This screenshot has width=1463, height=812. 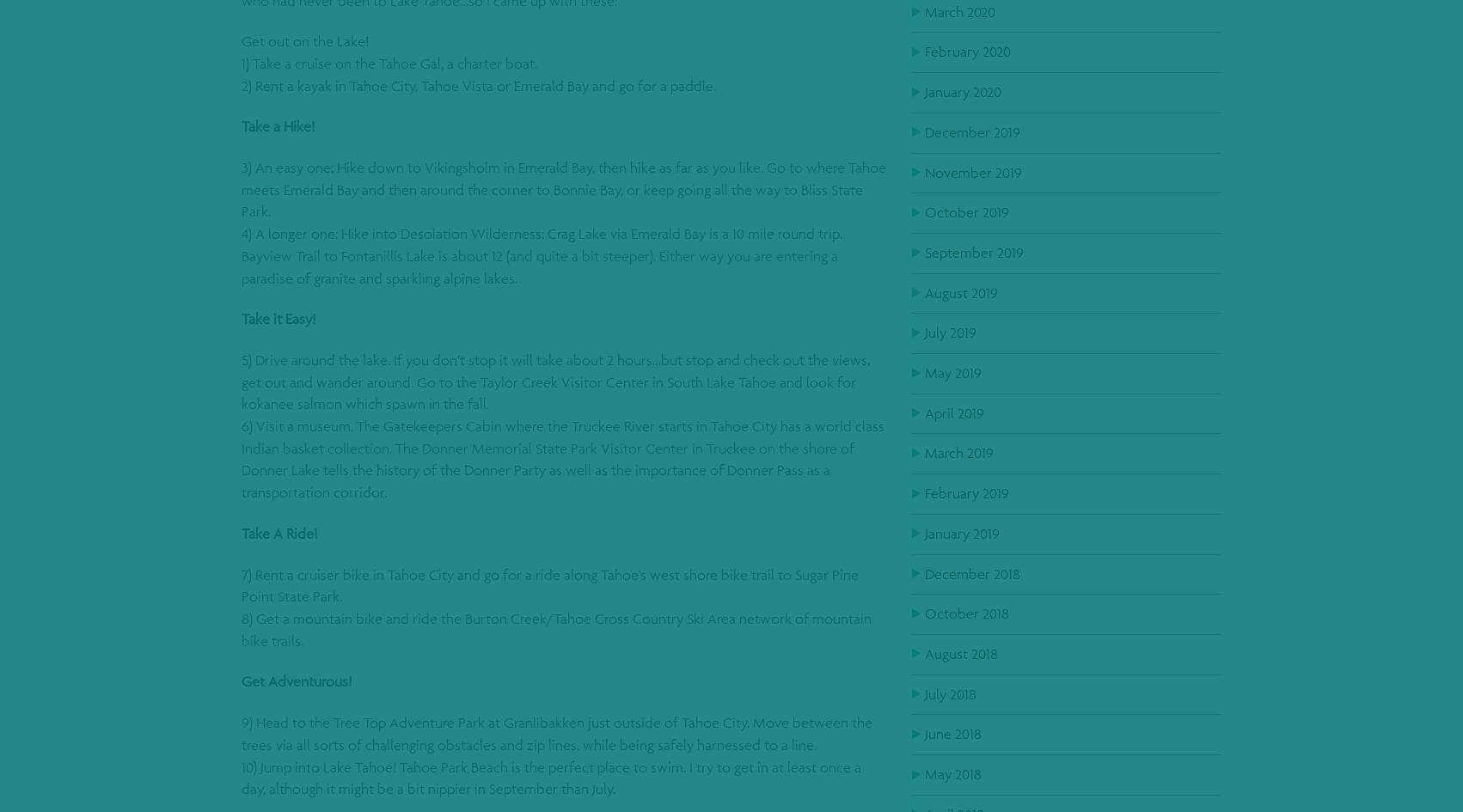 What do you see at coordinates (971, 131) in the screenshot?
I see `'December 2019'` at bounding box center [971, 131].